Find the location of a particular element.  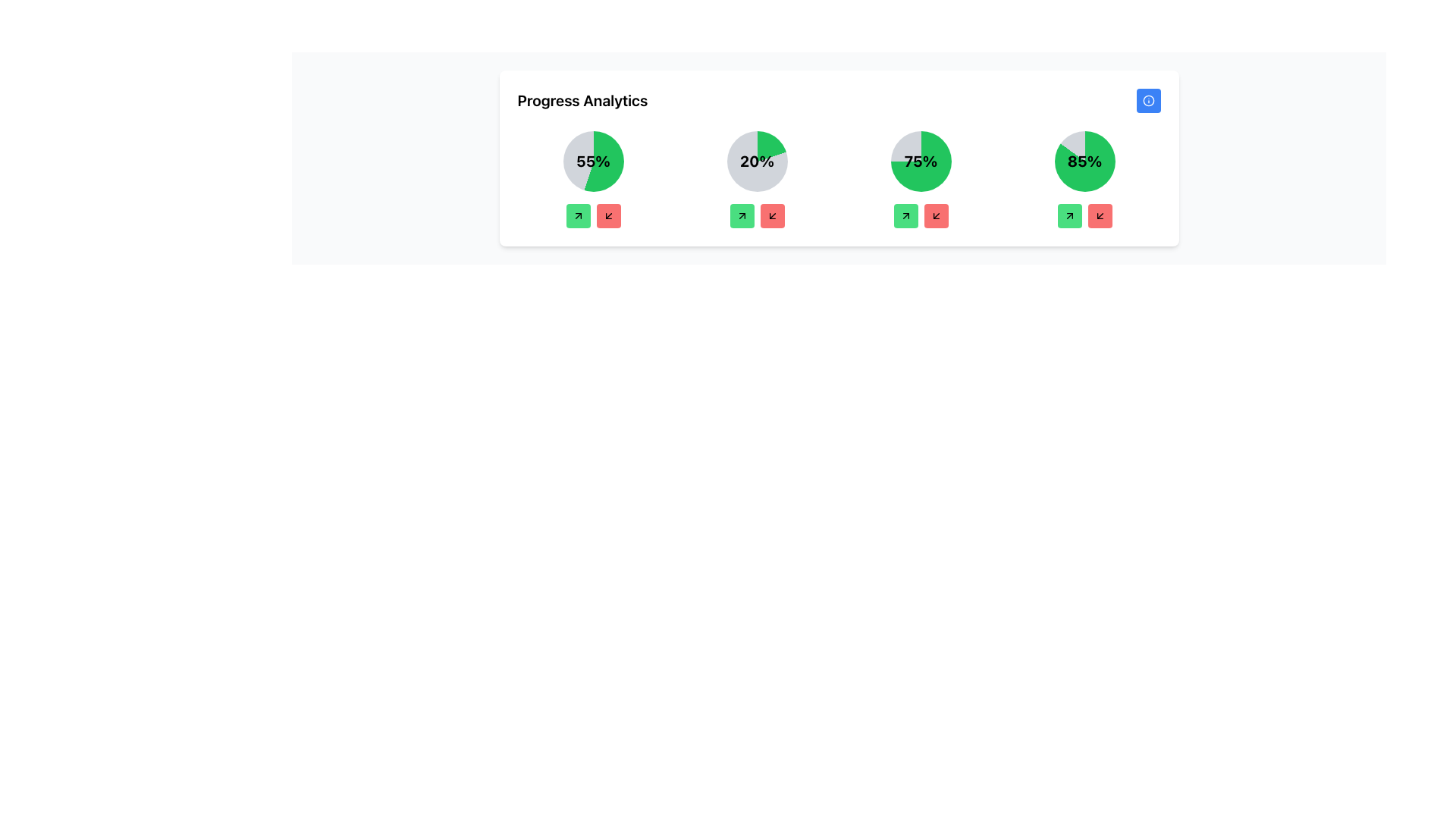

the SVG Icon within the third green button from the left is located at coordinates (905, 216).